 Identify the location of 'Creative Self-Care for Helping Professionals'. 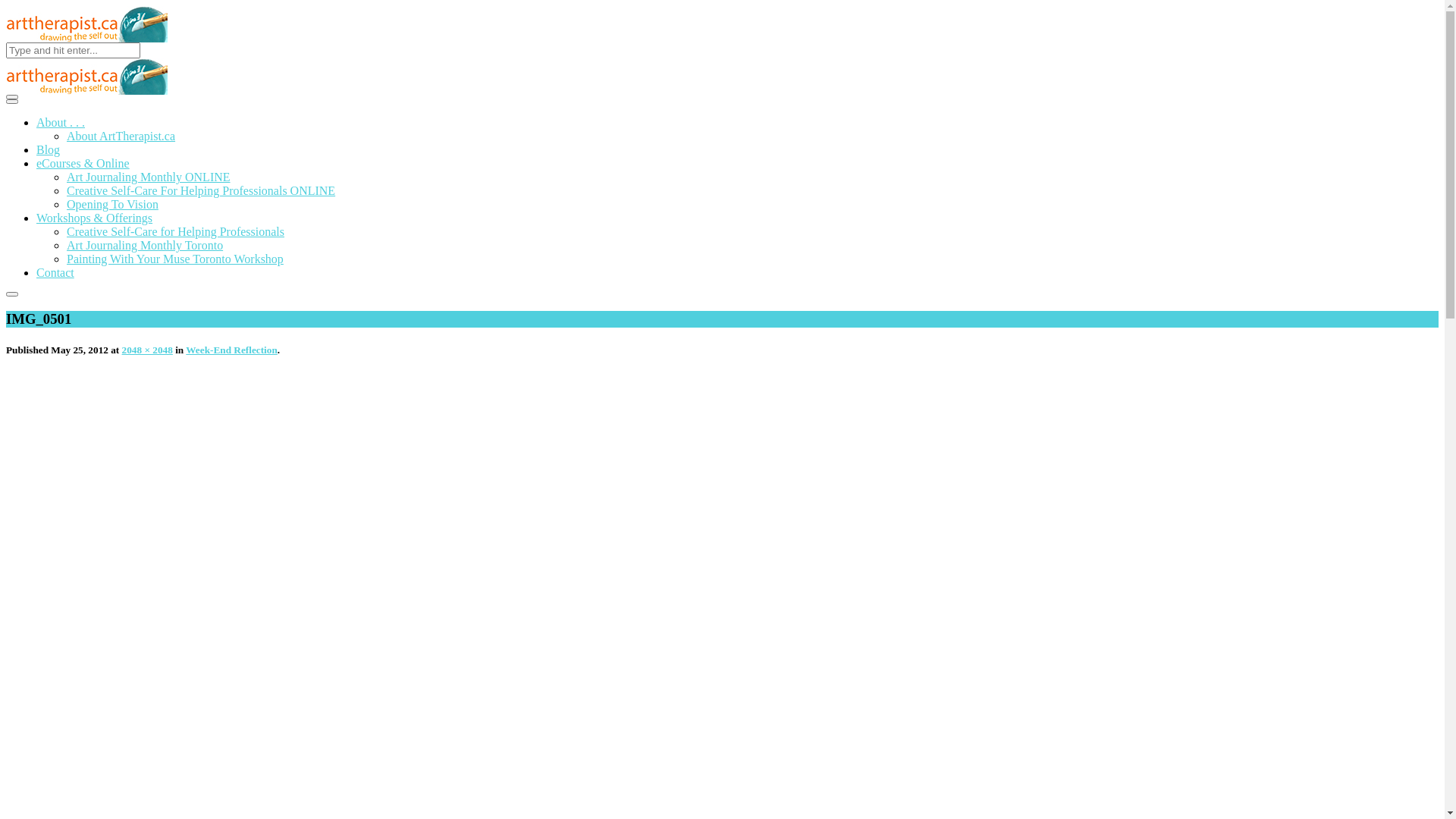
(175, 231).